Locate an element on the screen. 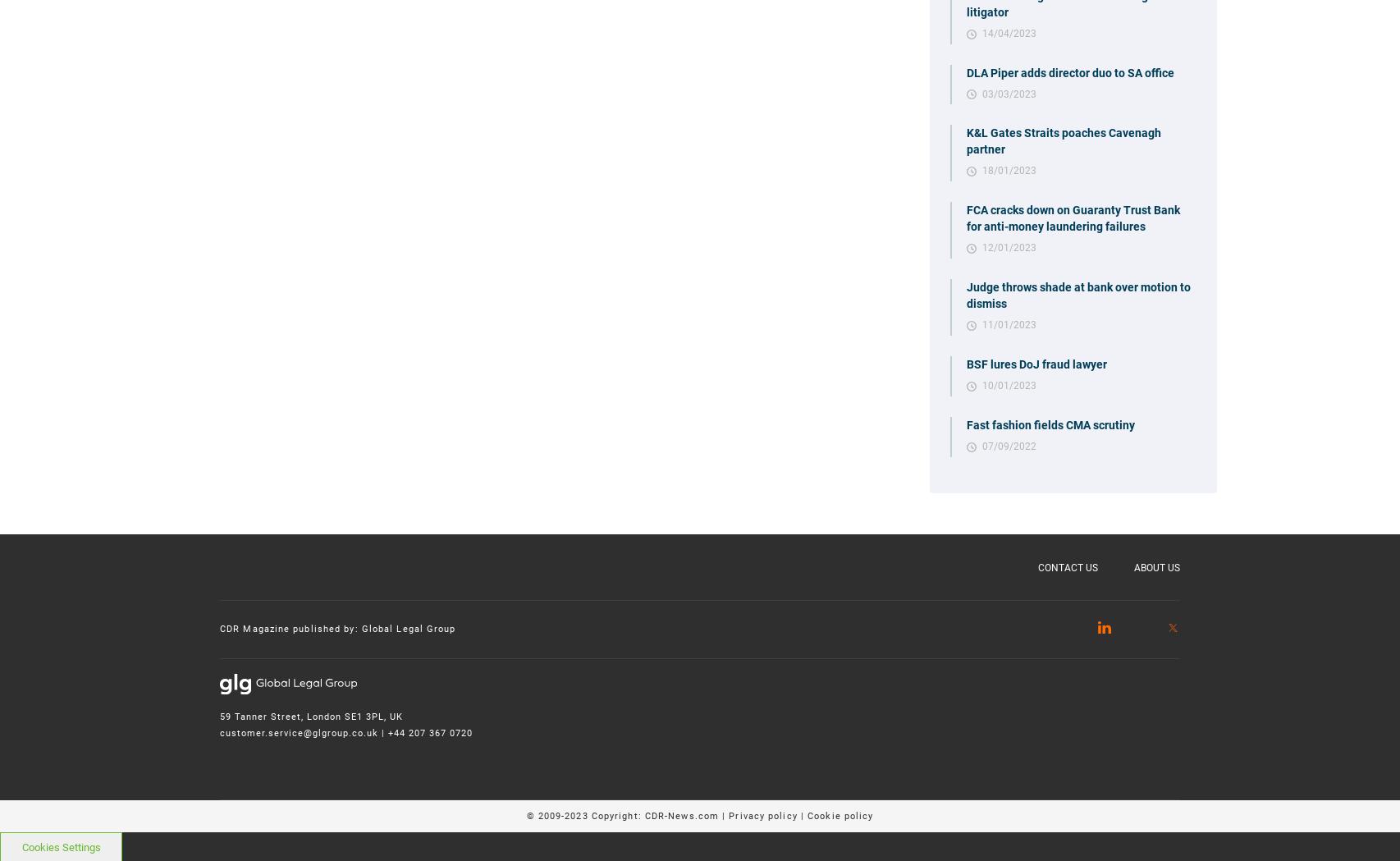 The height and width of the screenshot is (861, 1400). 'About Us' is located at coordinates (1133, 566).